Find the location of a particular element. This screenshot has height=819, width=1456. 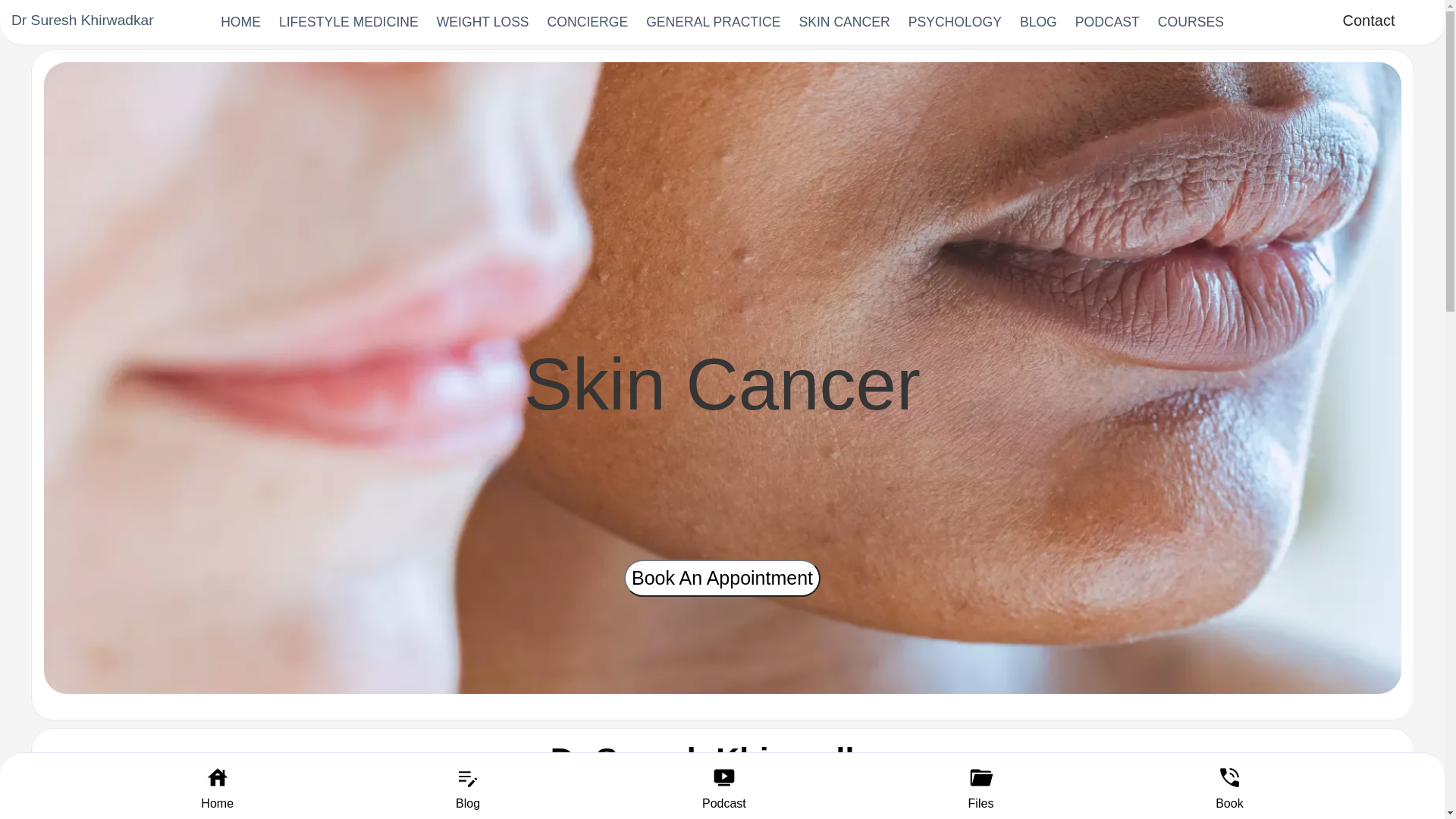

'GENERAL PRACTICE' is located at coordinates (712, 22).